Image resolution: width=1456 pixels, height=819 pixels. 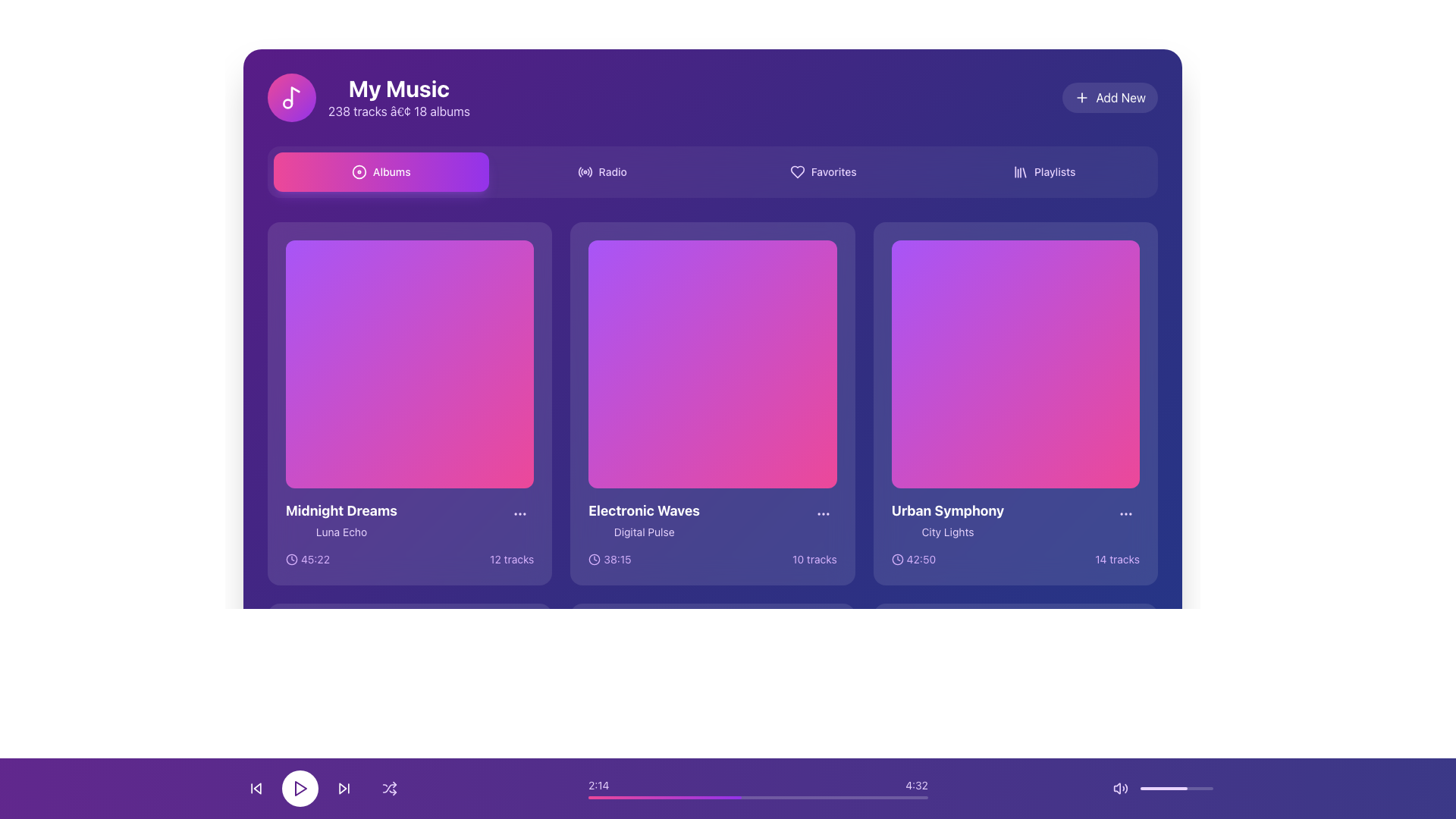 I want to click on the circular button with three horizontally aligned purple dots located at the bottom right corner of the 'Electronic Waves' card, so click(x=822, y=513).